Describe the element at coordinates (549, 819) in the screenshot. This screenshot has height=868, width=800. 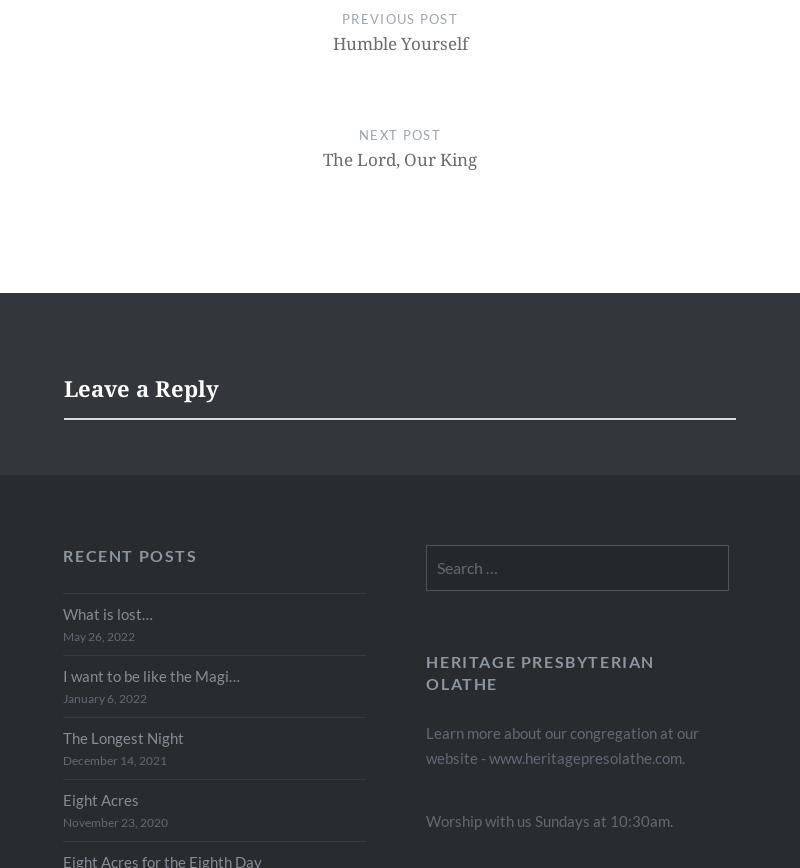
I see `'Worship with us Sundays at 10:30am.'` at that location.